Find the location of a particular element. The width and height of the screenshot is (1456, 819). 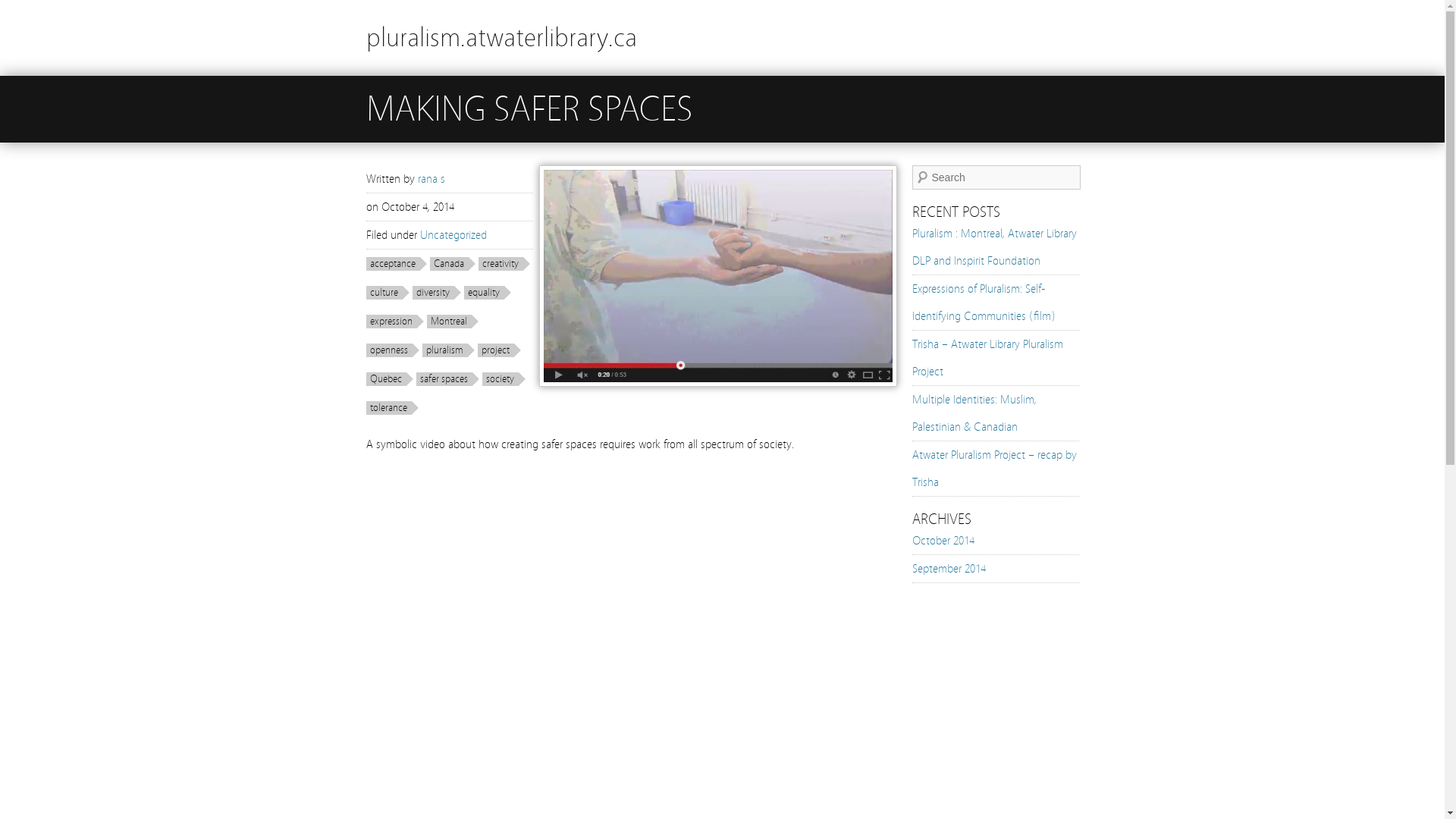

'expression' is located at coordinates (394, 321).